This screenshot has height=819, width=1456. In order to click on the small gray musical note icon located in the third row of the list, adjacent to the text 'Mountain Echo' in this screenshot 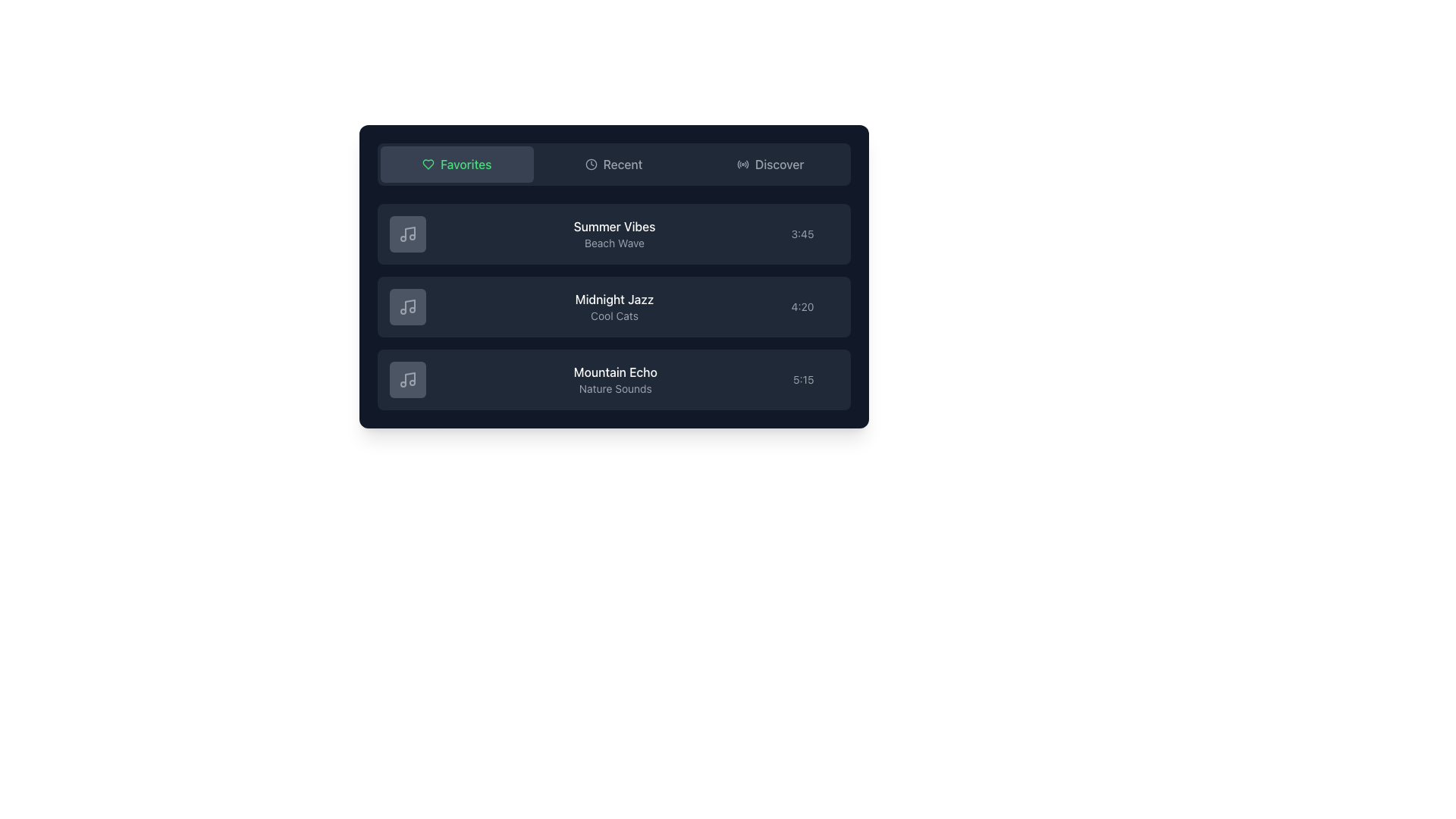, I will do `click(407, 379)`.